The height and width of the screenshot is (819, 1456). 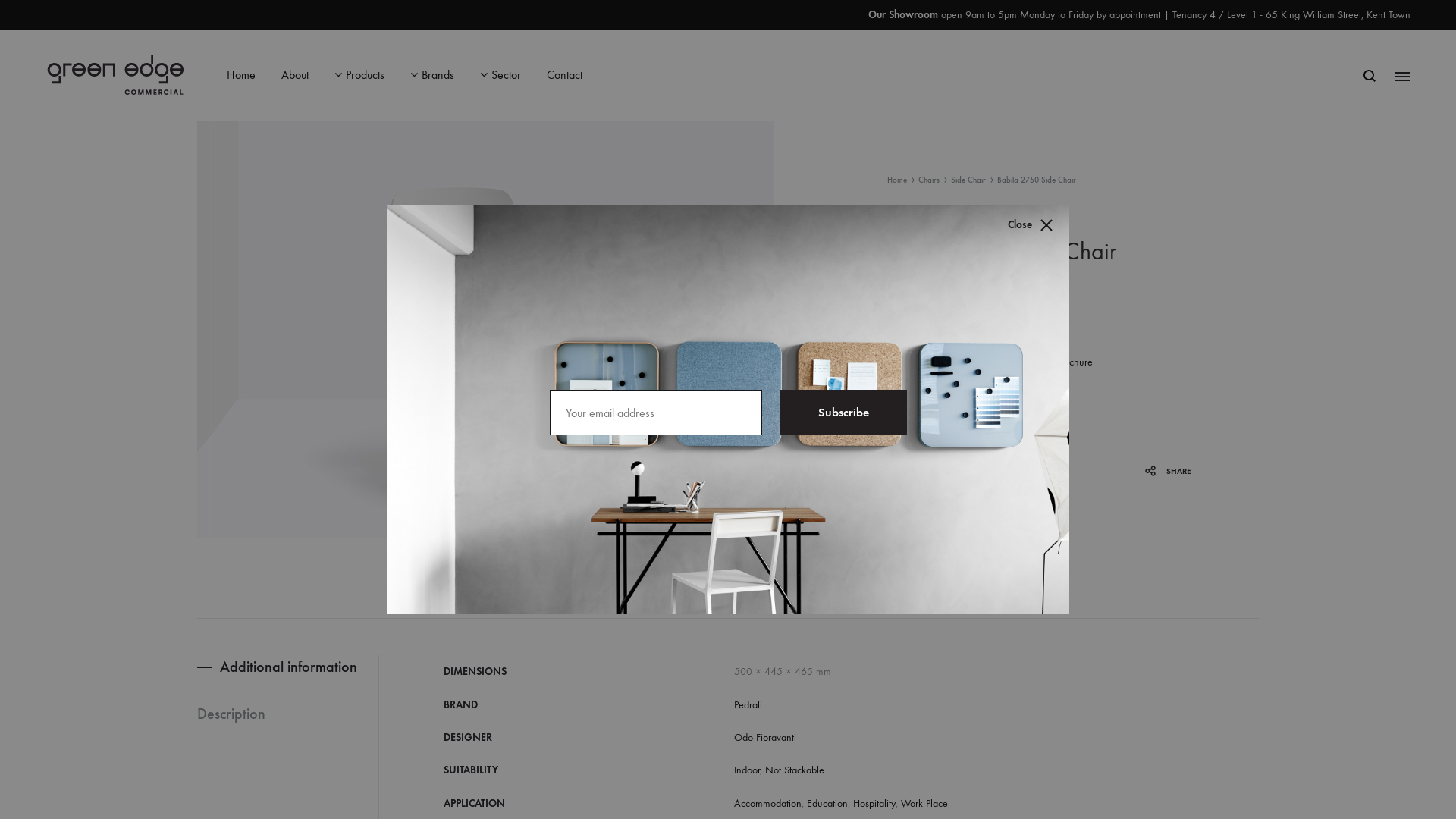 What do you see at coordinates (734, 770) in the screenshot?
I see `'Indoor'` at bounding box center [734, 770].